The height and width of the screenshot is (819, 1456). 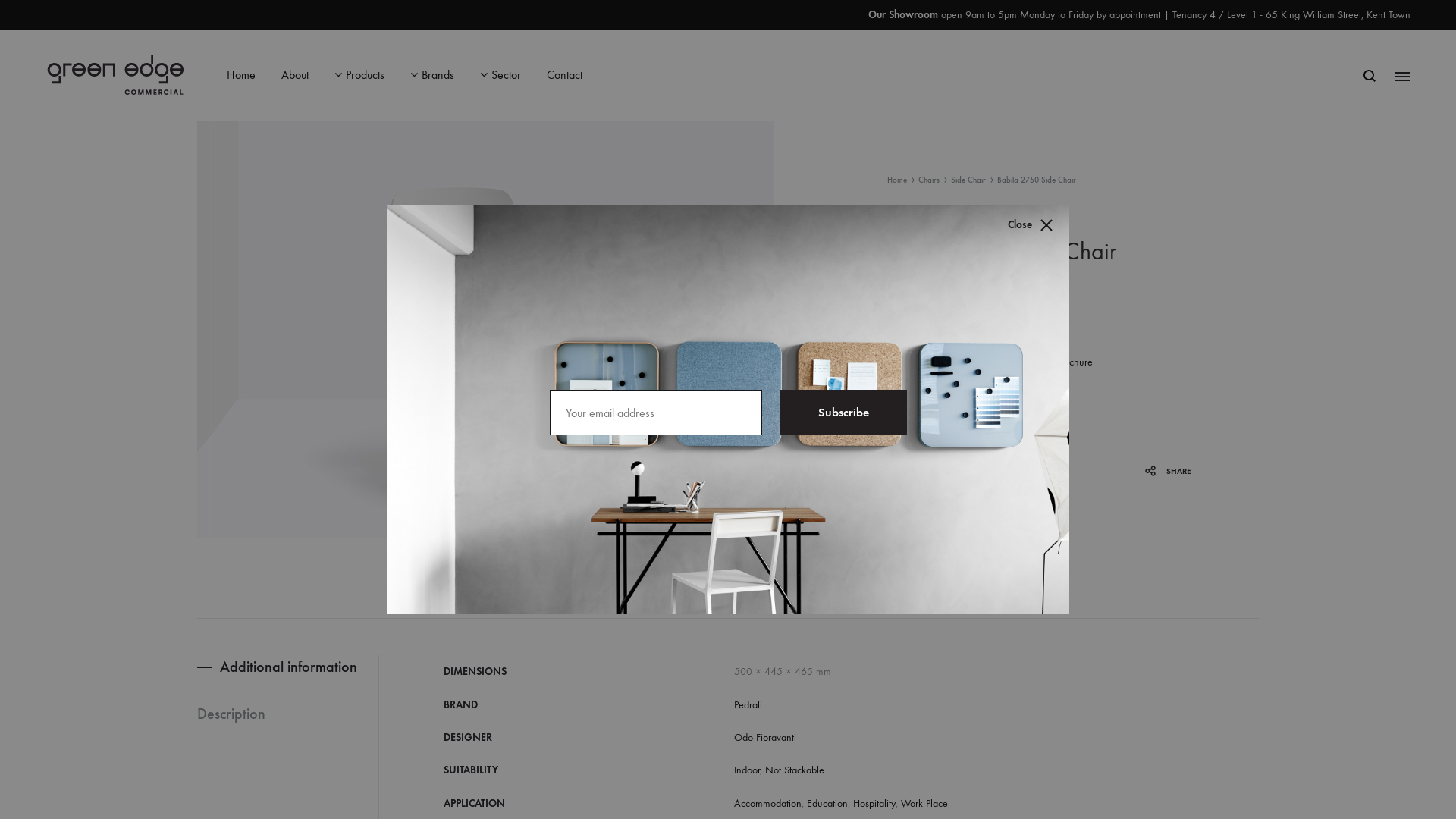 What do you see at coordinates (734, 770) in the screenshot?
I see `'Indoor'` at bounding box center [734, 770].